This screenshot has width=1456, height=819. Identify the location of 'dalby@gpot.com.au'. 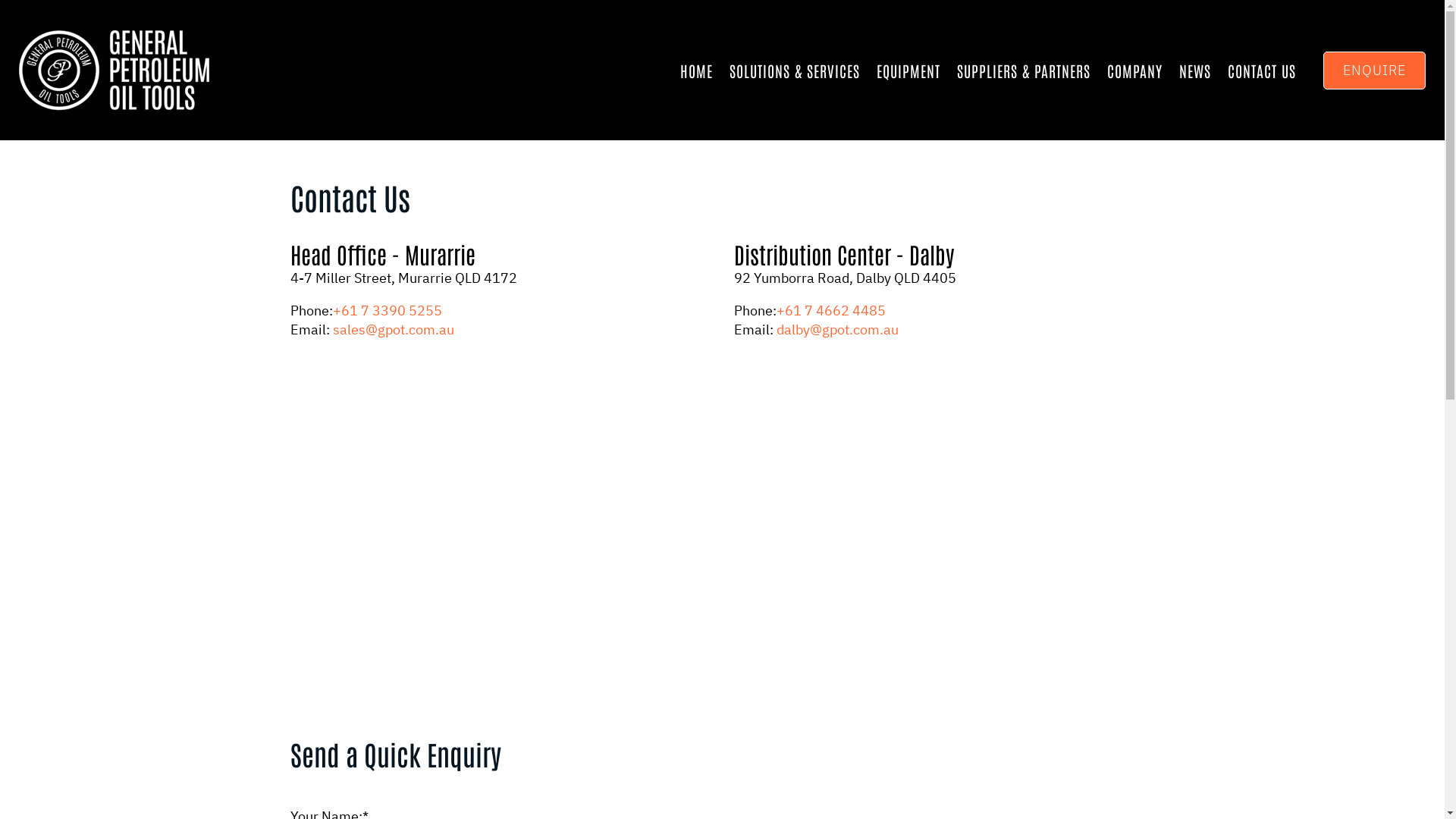
(836, 328).